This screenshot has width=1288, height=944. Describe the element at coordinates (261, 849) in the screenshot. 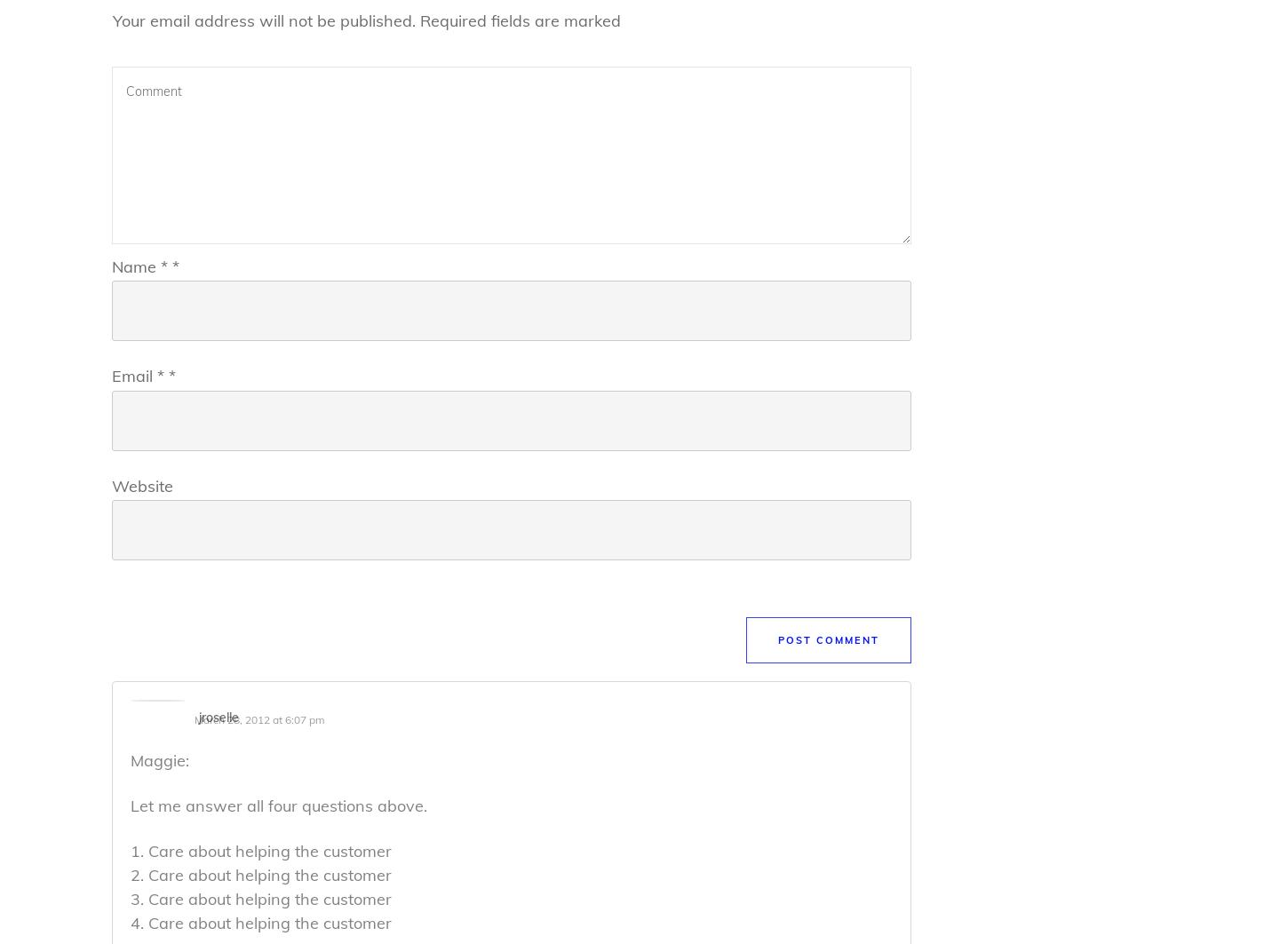

I see `'1. Care about helping the customer'` at that location.